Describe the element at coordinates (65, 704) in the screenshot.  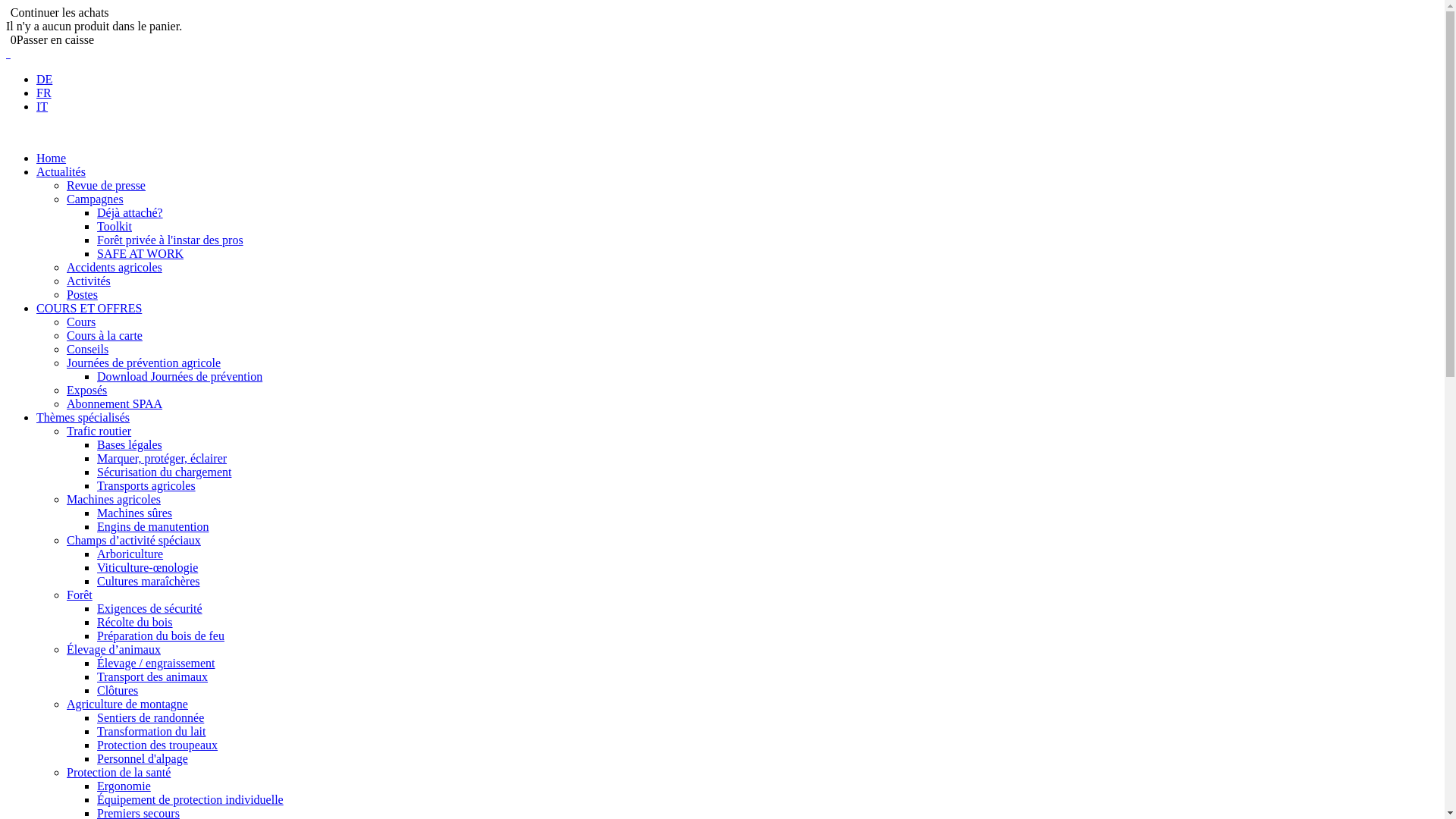
I see `'Agriculture de montagne'` at that location.